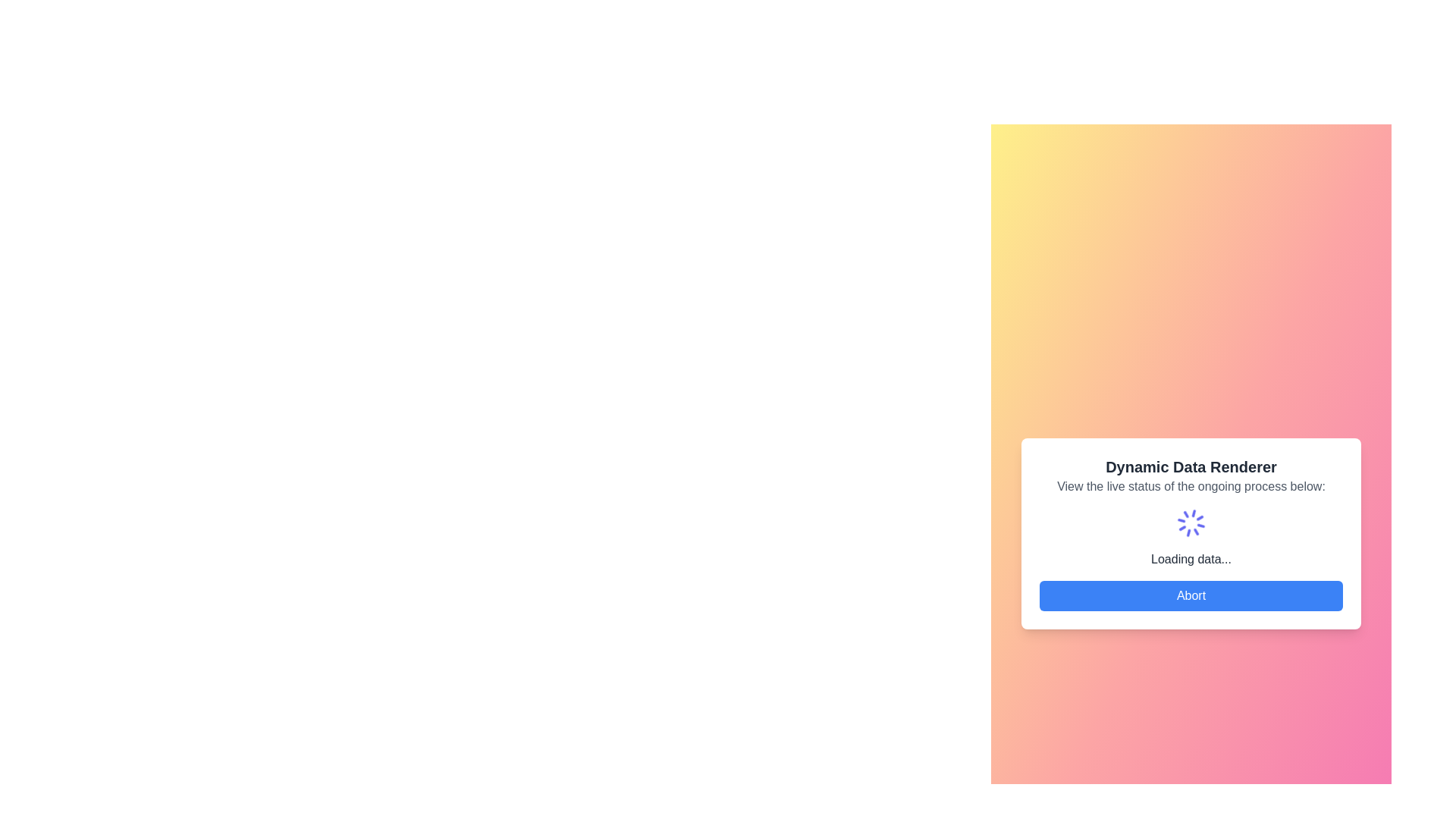 This screenshot has width=1456, height=819. Describe the element at coordinates (1190, 466) in the screenshot. I see `text 'Dynamic Data Renderer' from the prominently displayed header at the top of the content card` at that location.